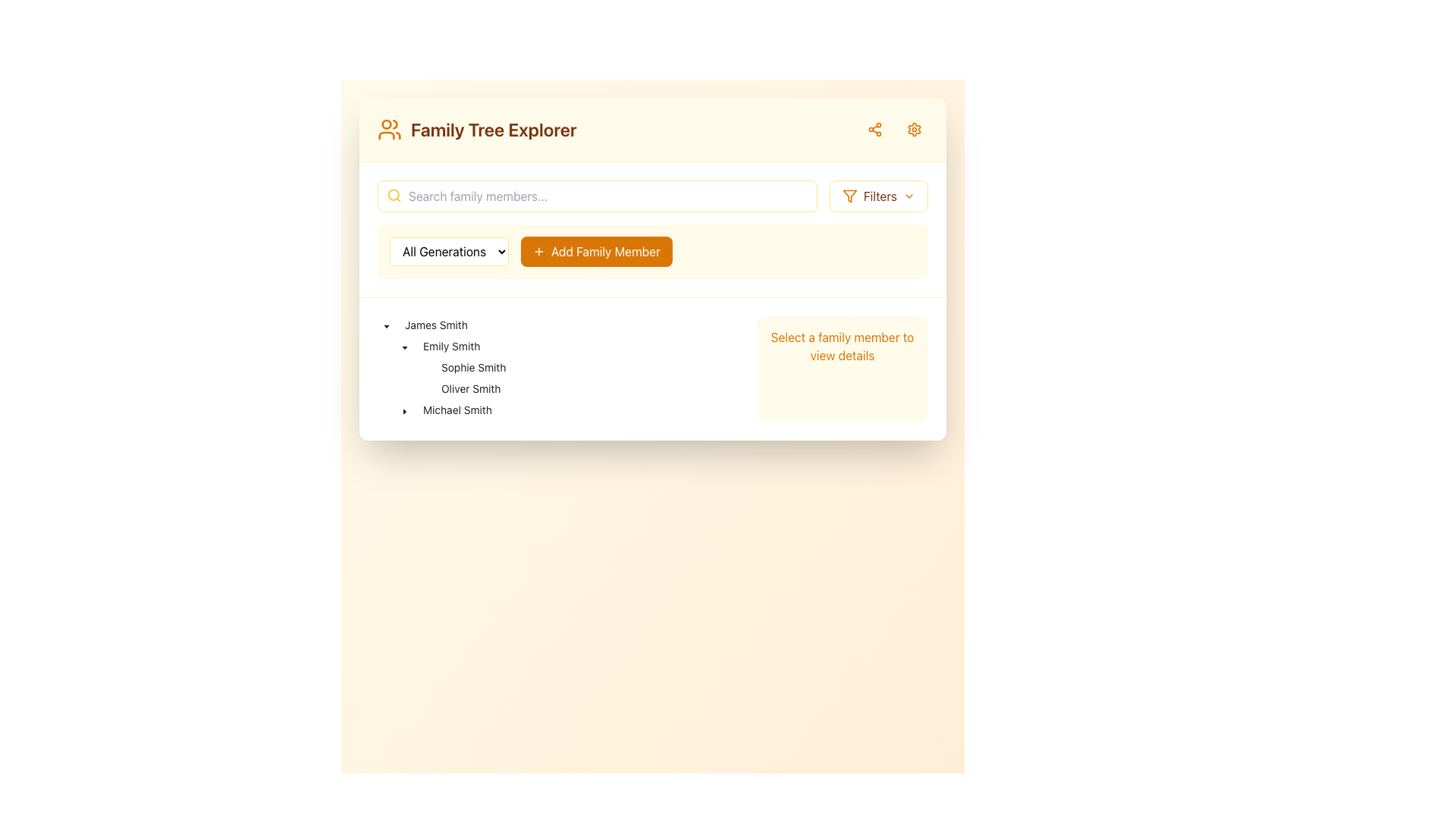 This screenshot has height=819, width=1456. What do you see at coordinates (874, 128) in the screenshot?
I see `the share button located in the top-right corner of the interface, which is the first interactive item in the horizontal group of controls` at bounding box center [874, 128].